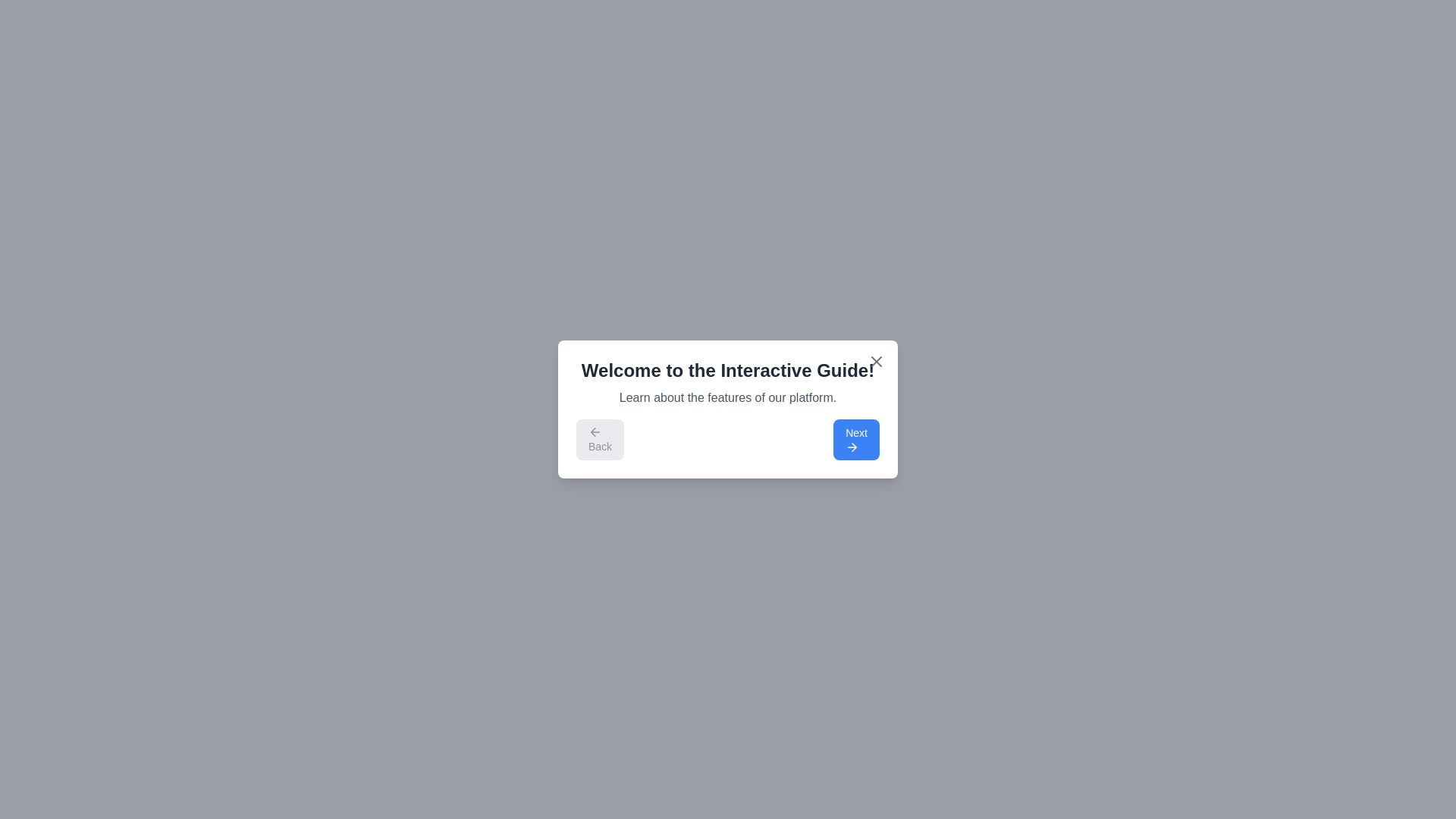 This screenshot has width=1456, height=819. What do you see at coordinates (728, 397) in the screenshot?
I see `the text label that reads 'Learn about the features of our platform.' which is styled in gray and positioned beneath the main title in a white panel` at bounding box center [728, 397].